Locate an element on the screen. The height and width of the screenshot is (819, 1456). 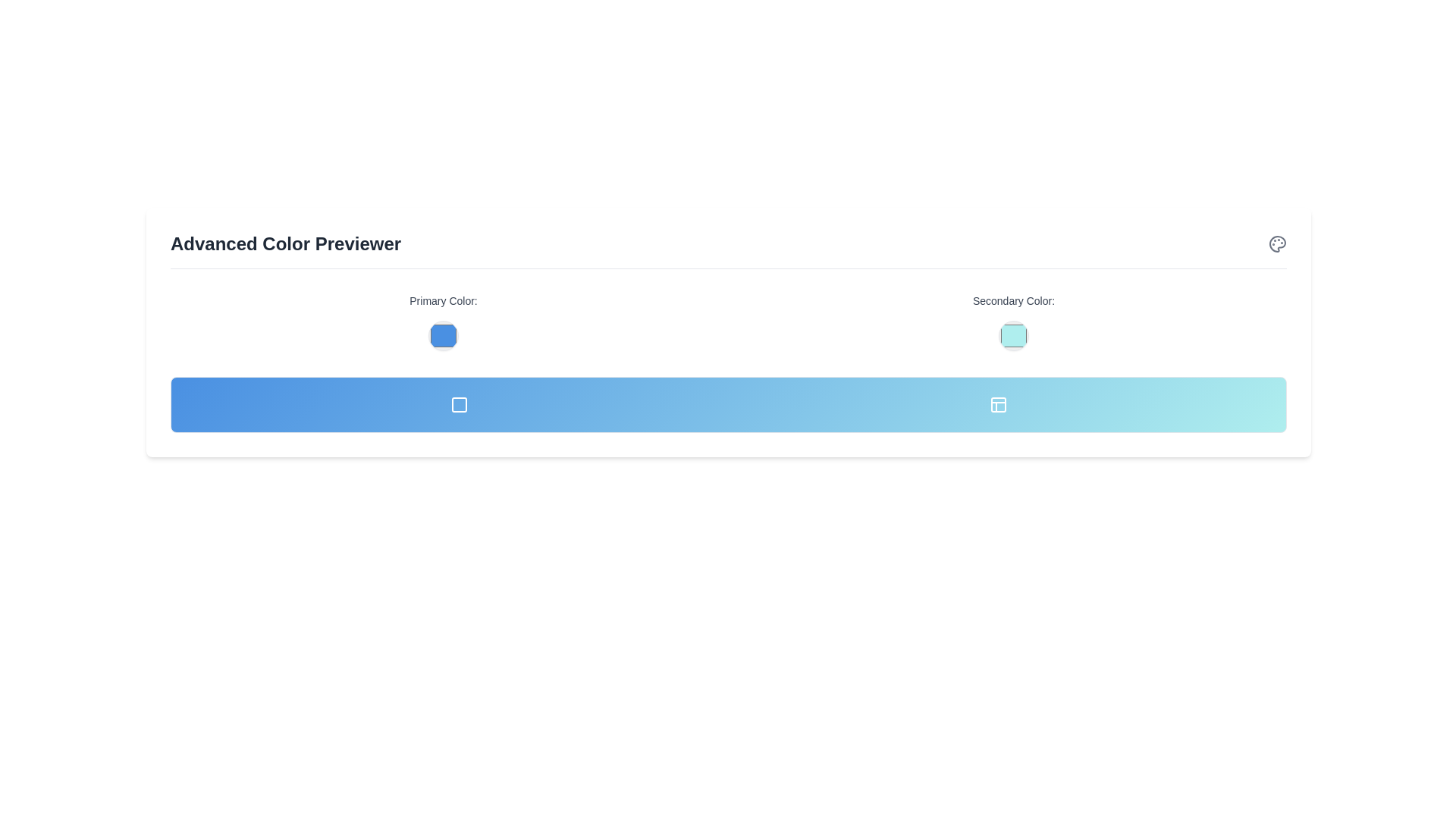
the Color Picker element located in the 'Primary Color' section is located at coordinates (443, 322).